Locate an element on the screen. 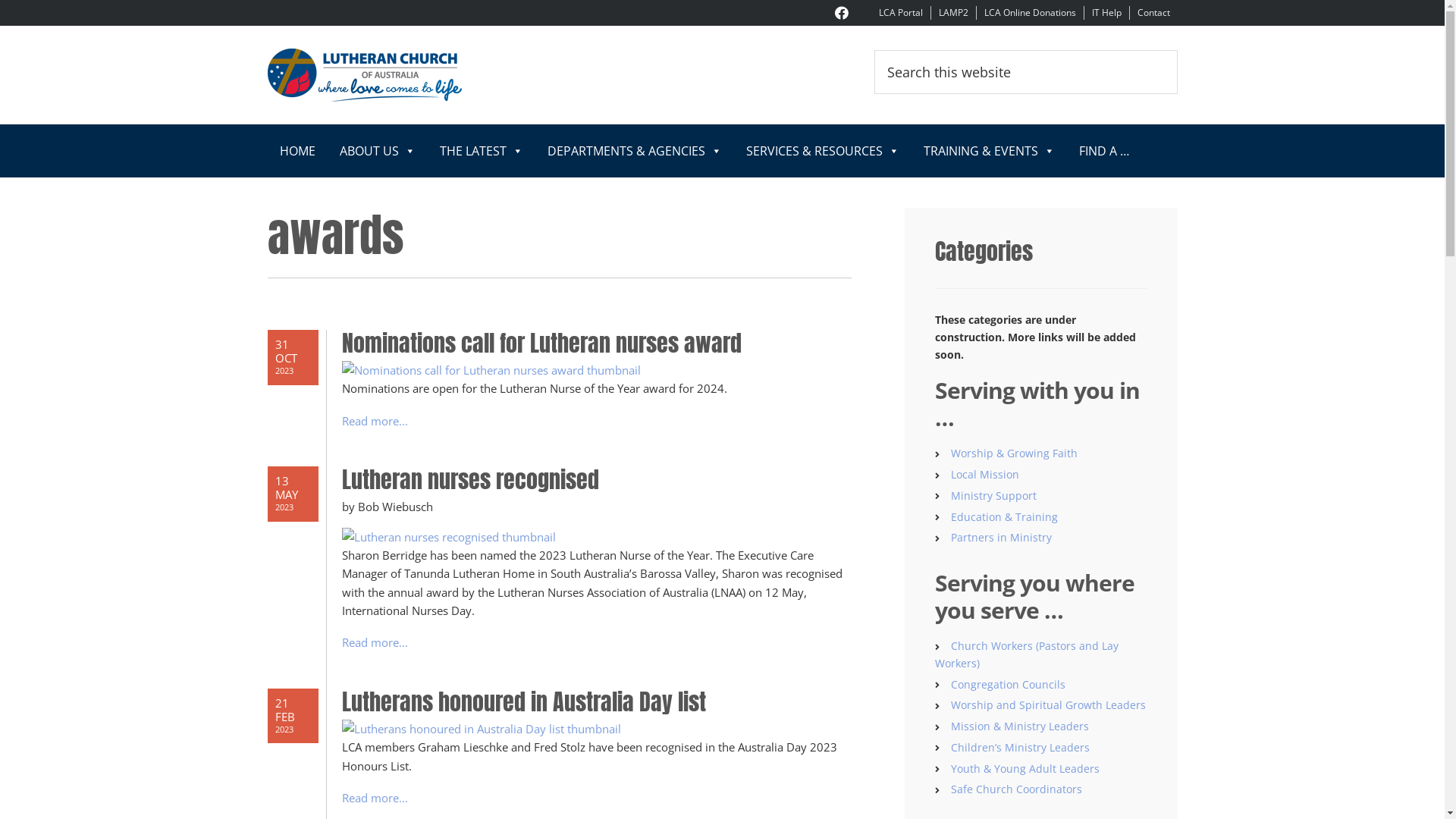 This screenshot has width=1456, height=819. 'Read more...' is located at coordinates (374, 421).